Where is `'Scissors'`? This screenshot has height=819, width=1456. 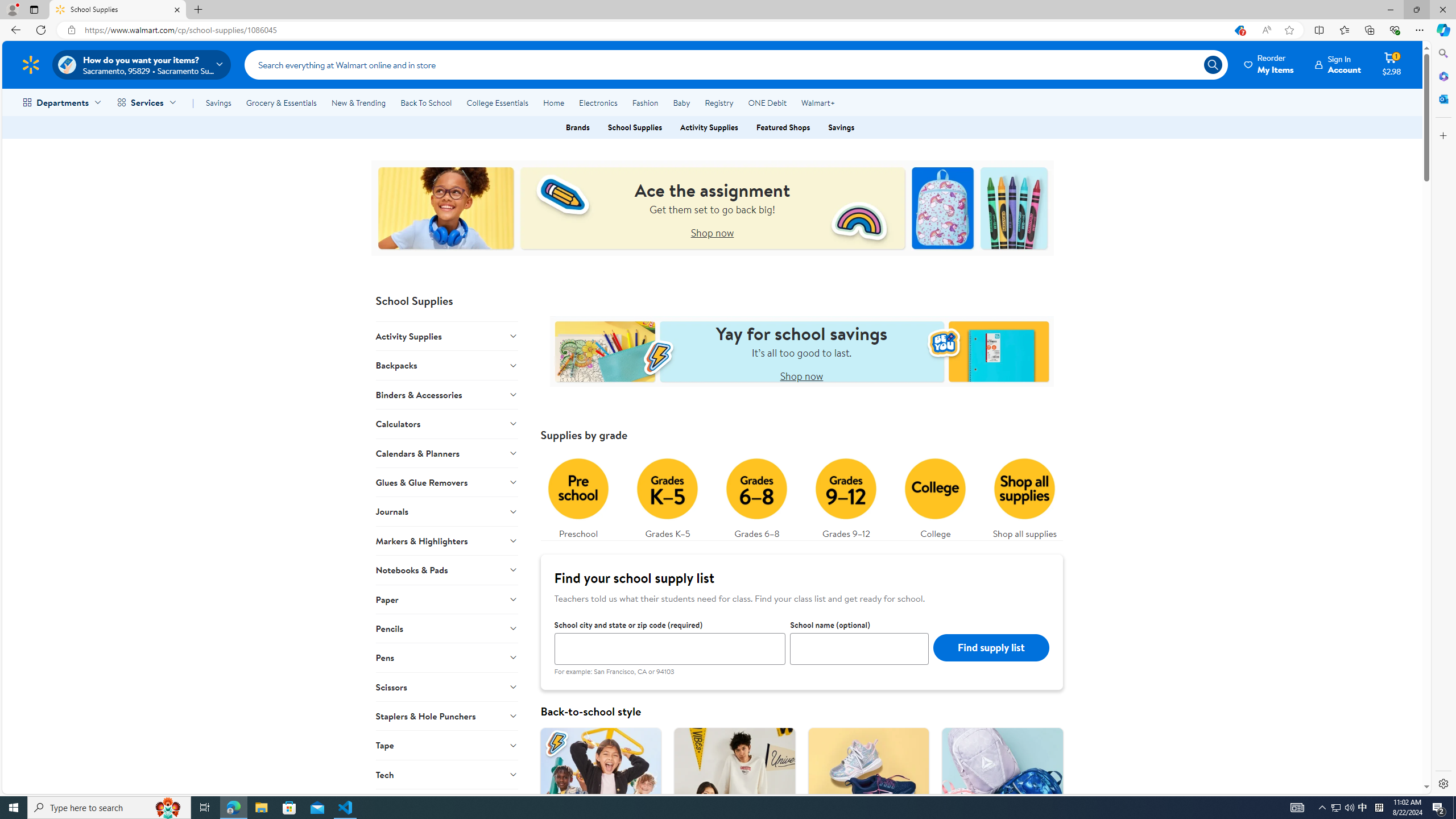 'Scissors' is located at coordinates (446, 686).